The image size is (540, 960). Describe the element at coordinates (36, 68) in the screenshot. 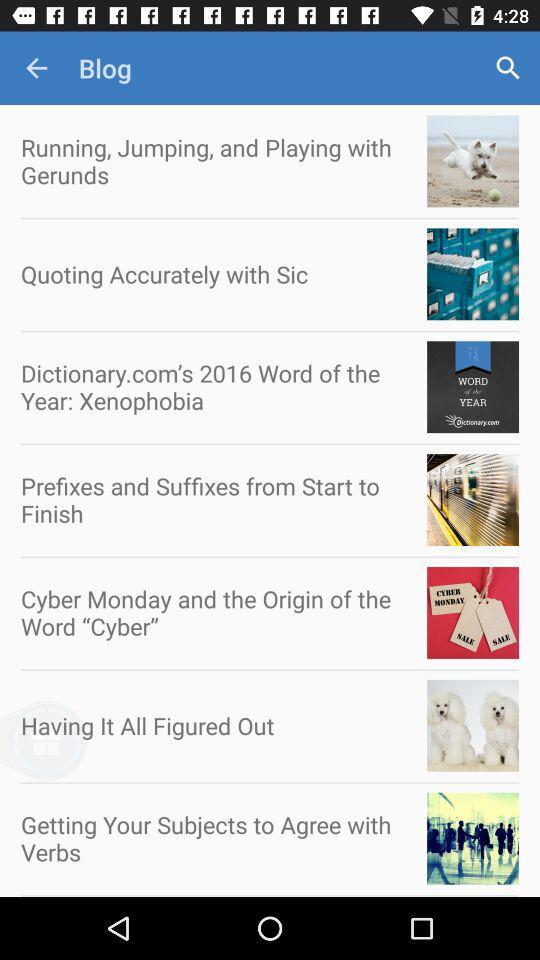

I see `item above the running jumping and icon` at that location.